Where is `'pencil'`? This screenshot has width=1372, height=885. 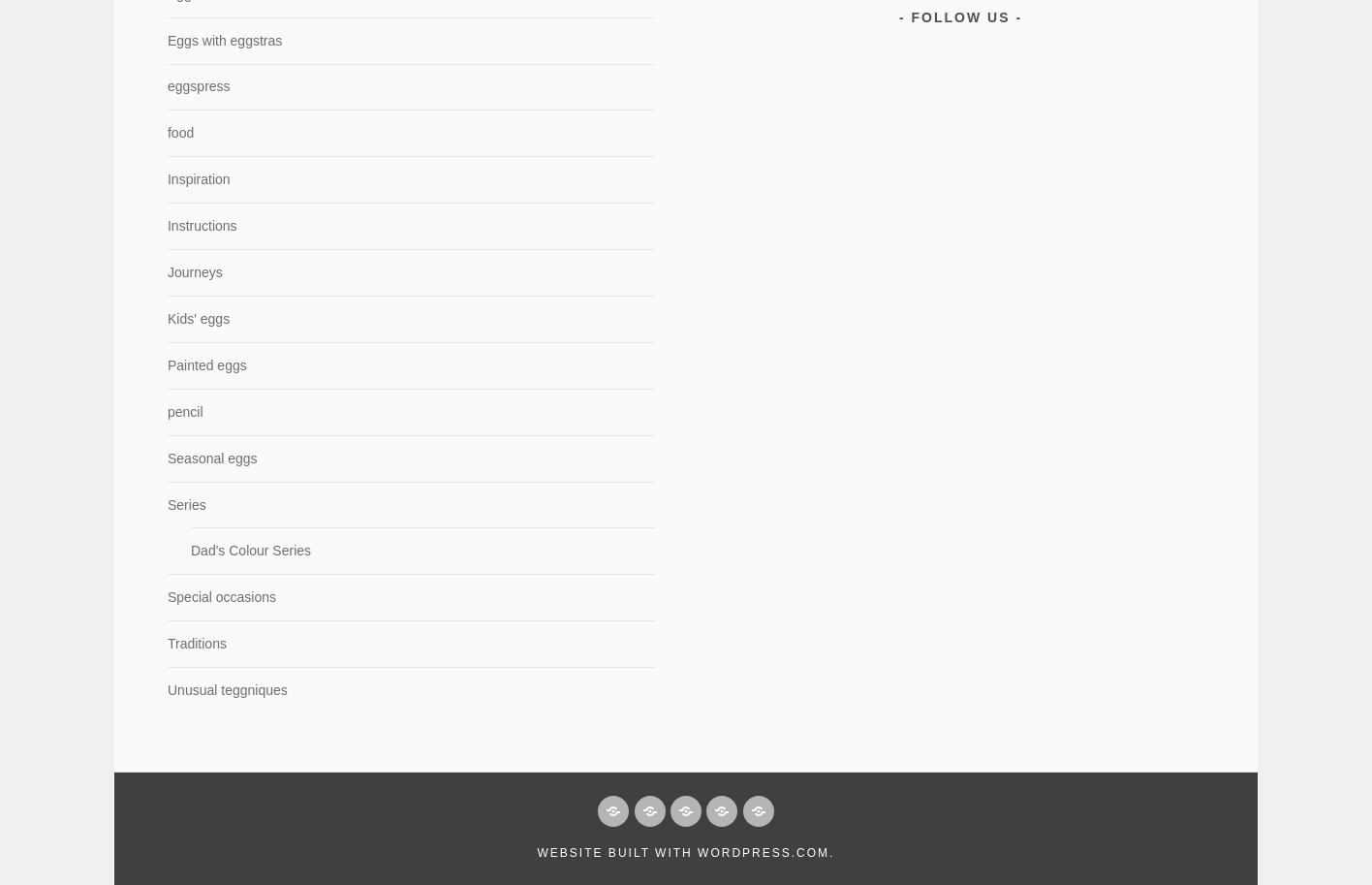 'pencil' is located at coordinates (183, 412).